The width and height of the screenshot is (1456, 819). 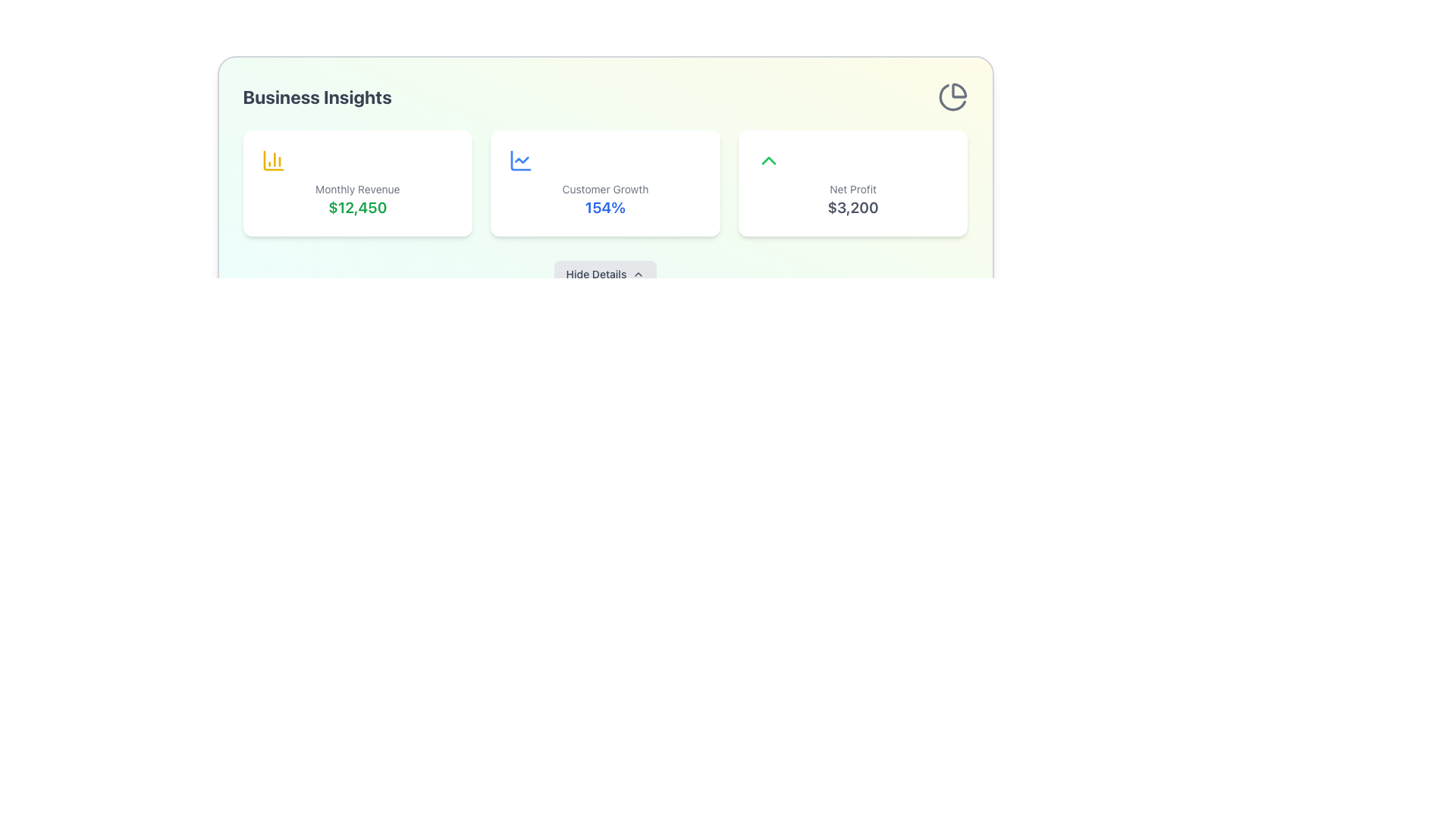 What do you see at coordinates (768, 161) in the screenshot?
I see `the upward-pointing green chevron icon located at the top middle position of the interface, which is near the 'Hide Details' button` at bounding box center [768, 161].